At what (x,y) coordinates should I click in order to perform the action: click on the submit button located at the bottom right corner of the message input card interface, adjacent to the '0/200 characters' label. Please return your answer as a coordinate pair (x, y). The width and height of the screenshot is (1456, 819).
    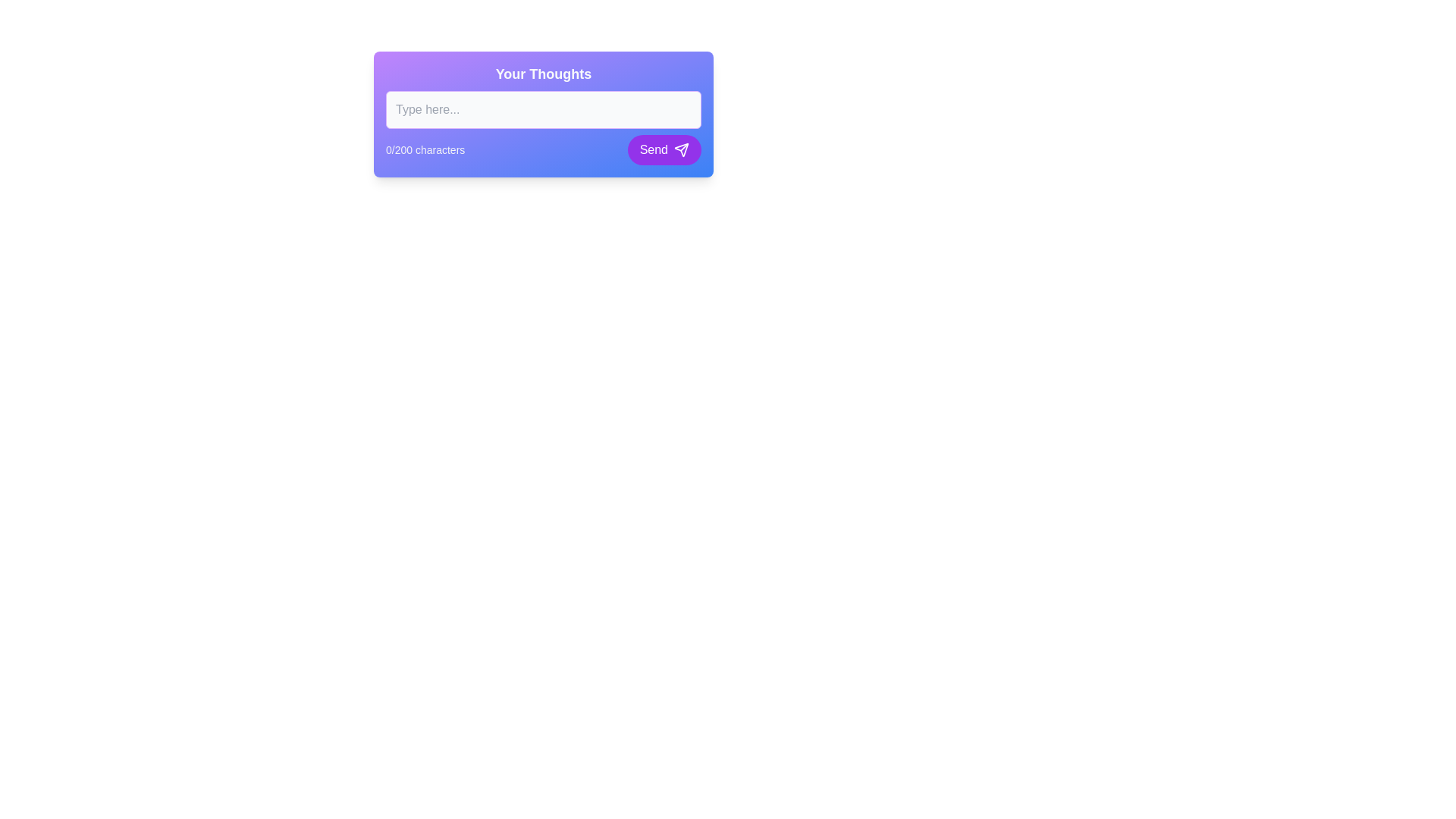
    Looking at the image, I should click on (664, 149).